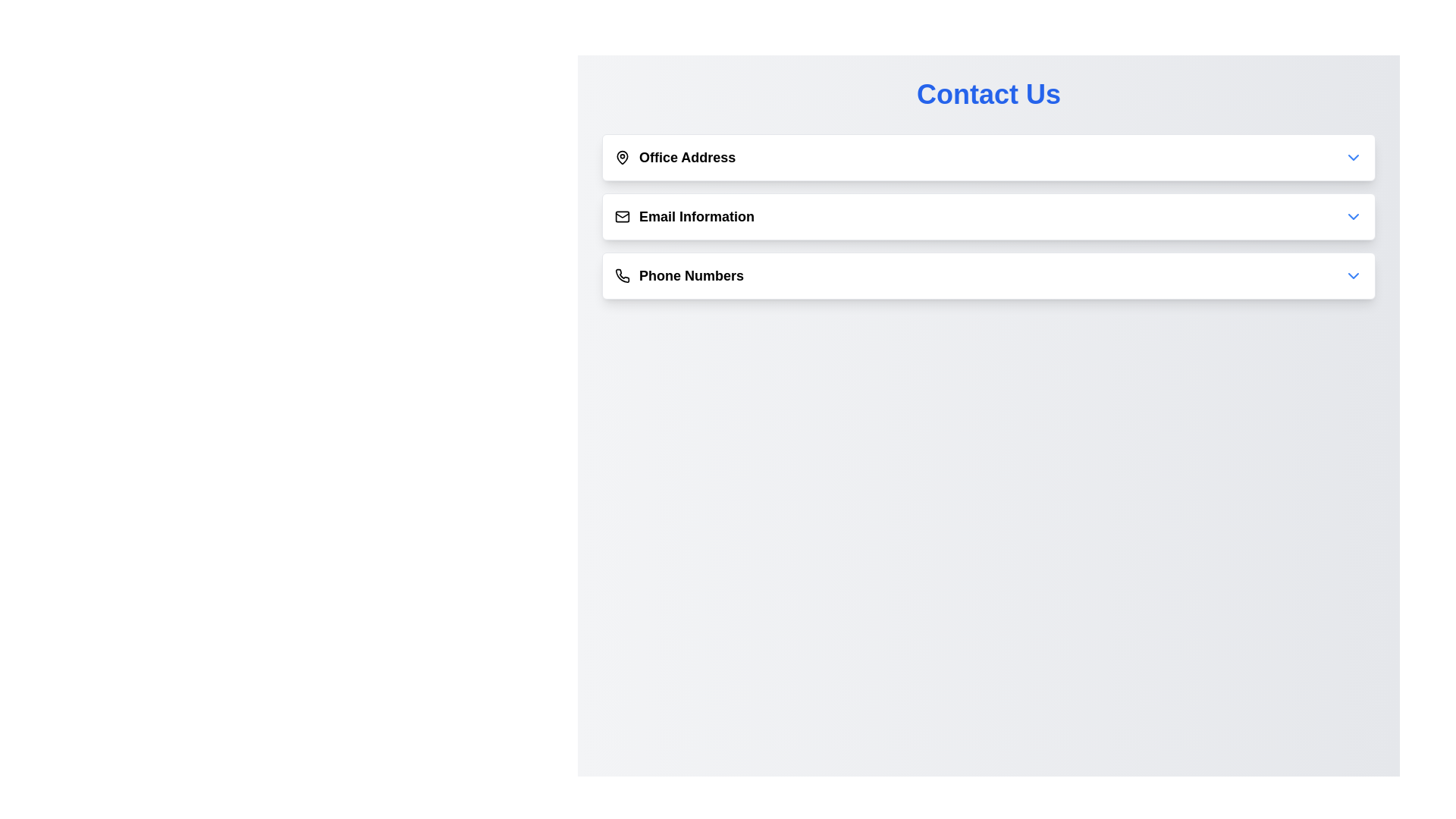  Describe the element at coordinates (622, 157) in the screenshot. I see `the vector-based pin icon that signifies a location, which is located on the left side of the 'Office Address' label in the top section of the interface` at that location.